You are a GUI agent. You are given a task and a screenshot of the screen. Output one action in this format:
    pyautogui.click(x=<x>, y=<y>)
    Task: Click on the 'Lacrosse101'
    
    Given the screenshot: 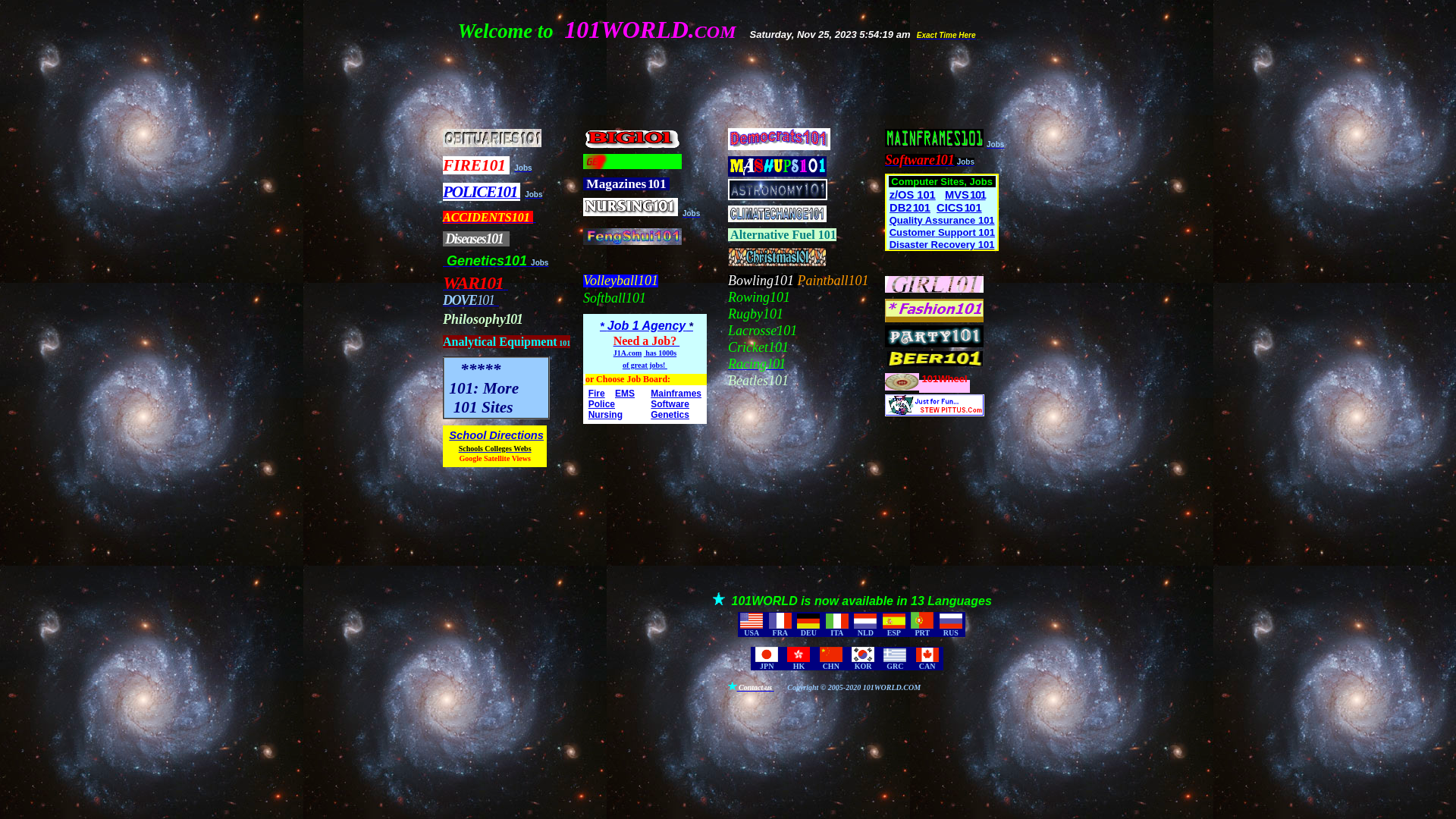 What is the action you would take?
    pyautogui.click(x=762, y=330)
    